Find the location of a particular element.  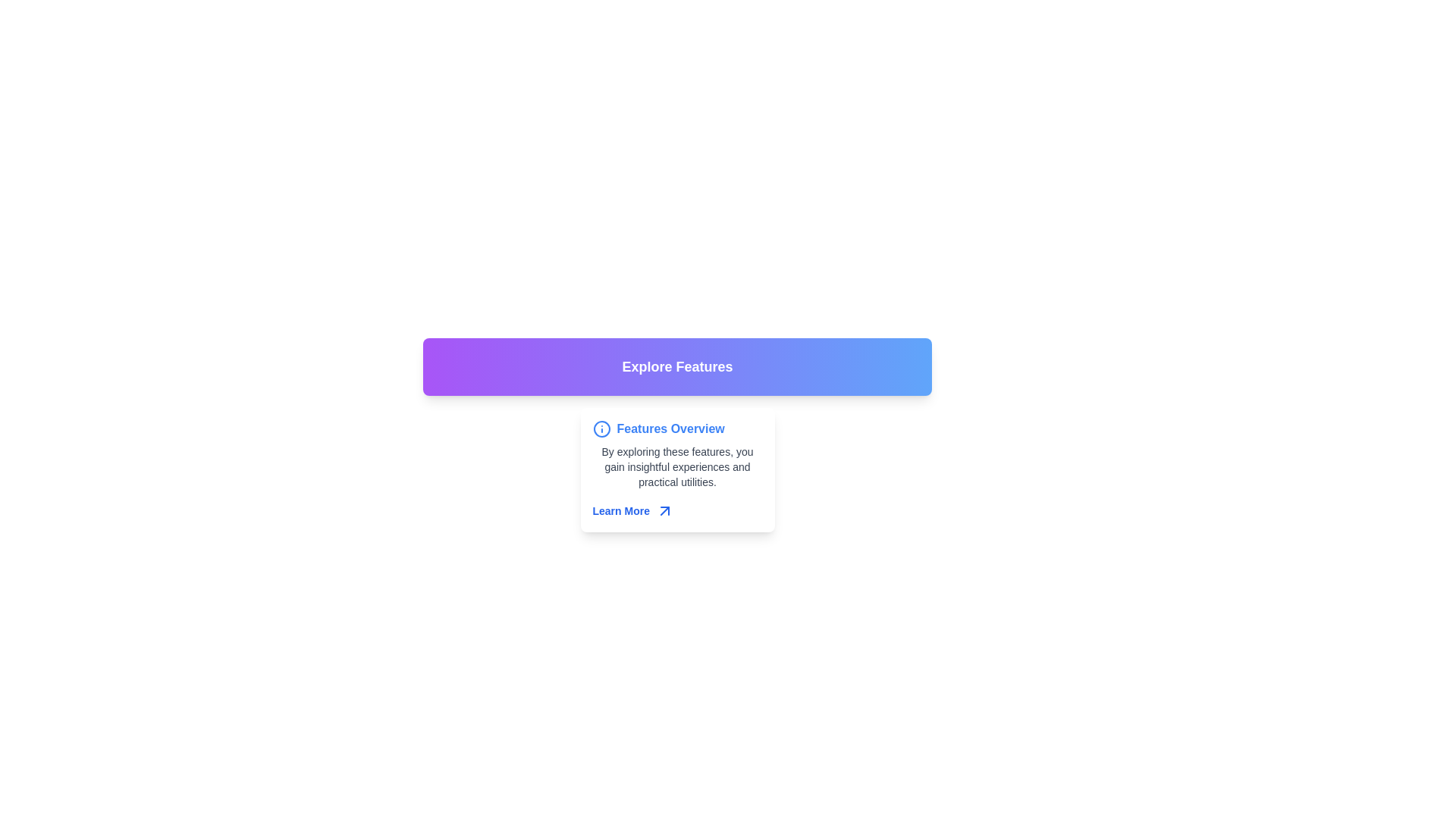

the button-like text element located at the top of the gradient bar is located at coordinates (676, 366).